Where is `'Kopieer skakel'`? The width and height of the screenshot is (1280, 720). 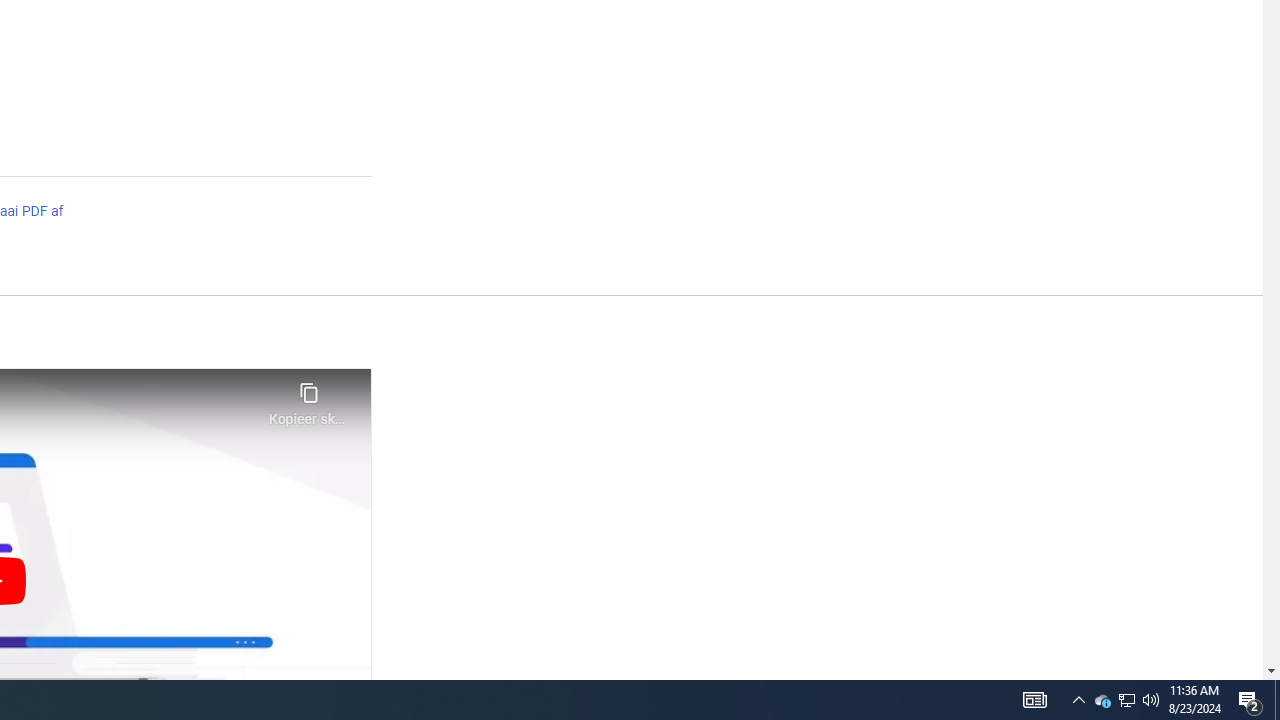
'Kopieer skakel' is located at coordinates (308, 398).